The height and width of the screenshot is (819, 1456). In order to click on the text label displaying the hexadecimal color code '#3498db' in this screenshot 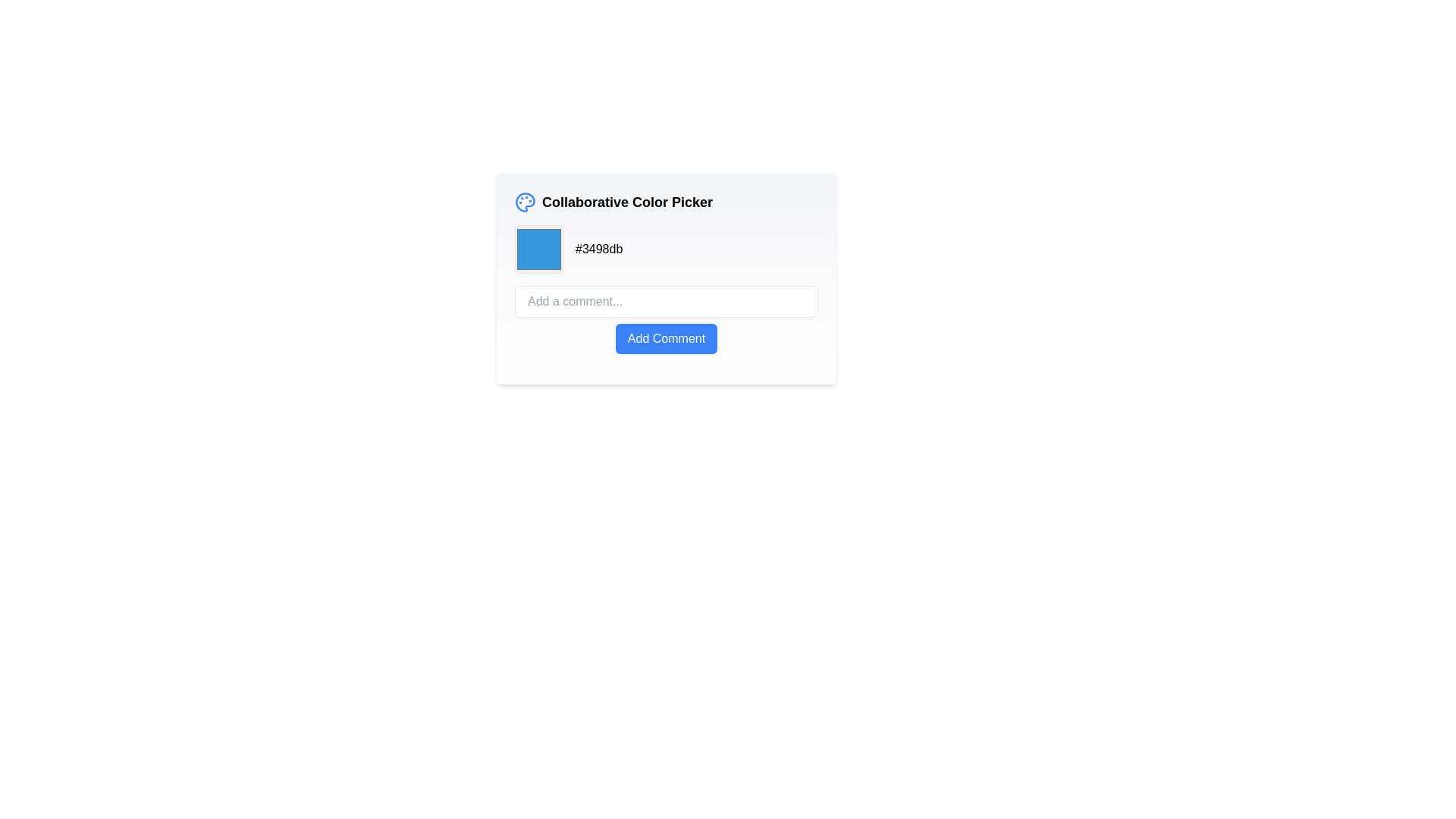, I will do `click(598, 248)`.